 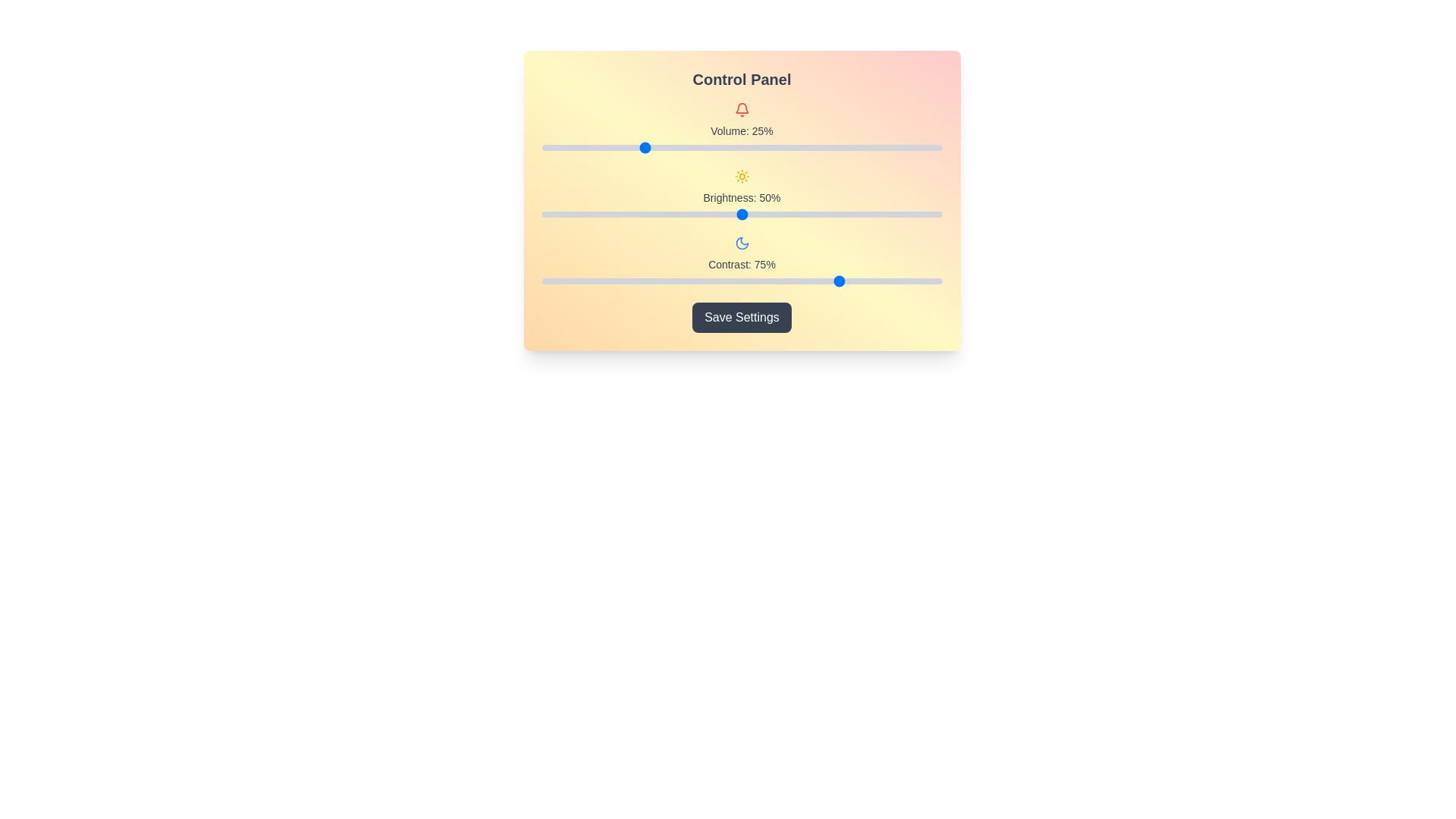 I want to click on the text label displaying 'Volume: 25%' which is located below the bell-shaped icon in the control panel layout, so click(x=742, y=130).